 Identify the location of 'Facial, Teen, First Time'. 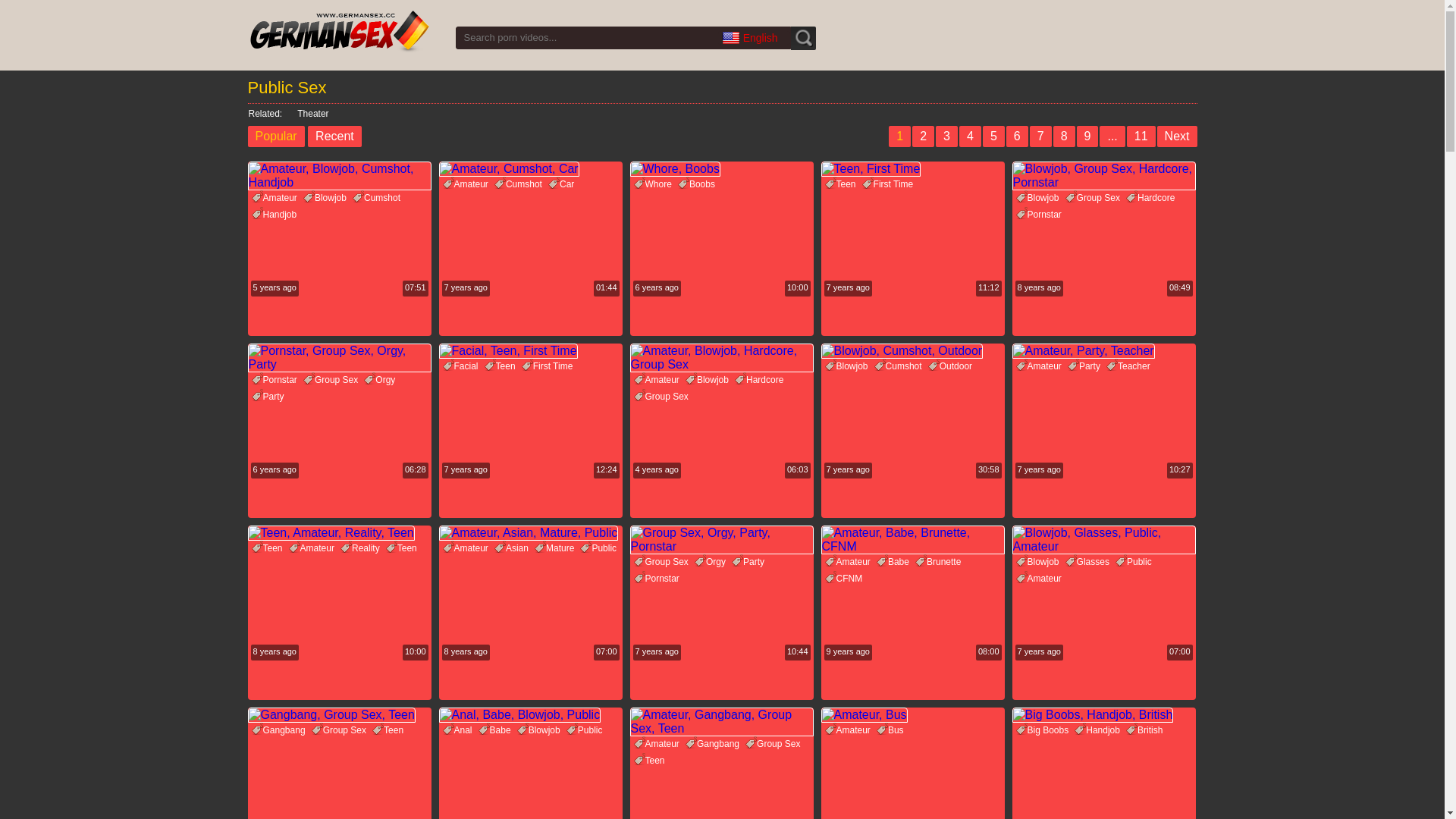
(530, 350).